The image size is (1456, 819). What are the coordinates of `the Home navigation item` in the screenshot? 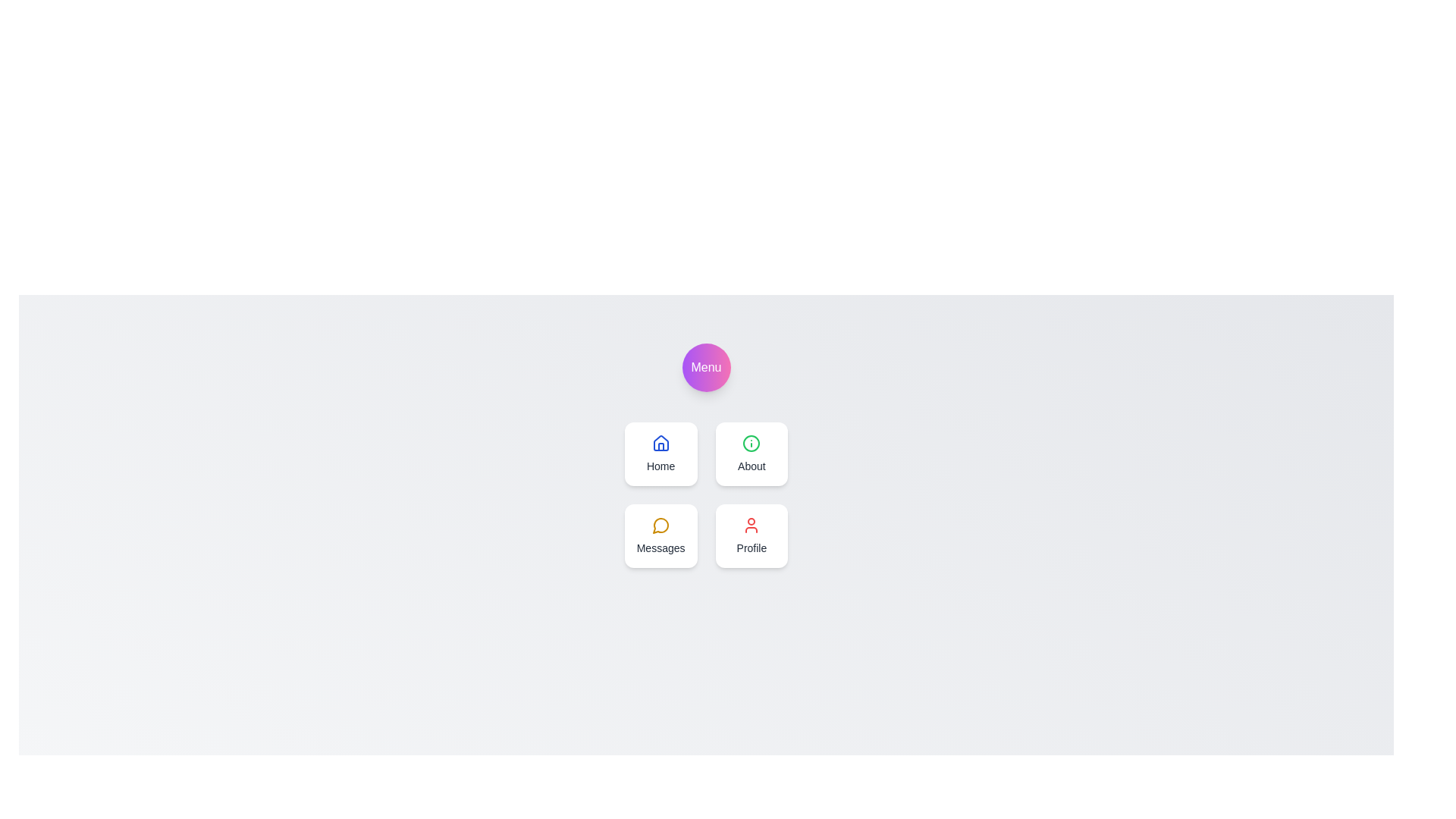 It's located at (661, 453).